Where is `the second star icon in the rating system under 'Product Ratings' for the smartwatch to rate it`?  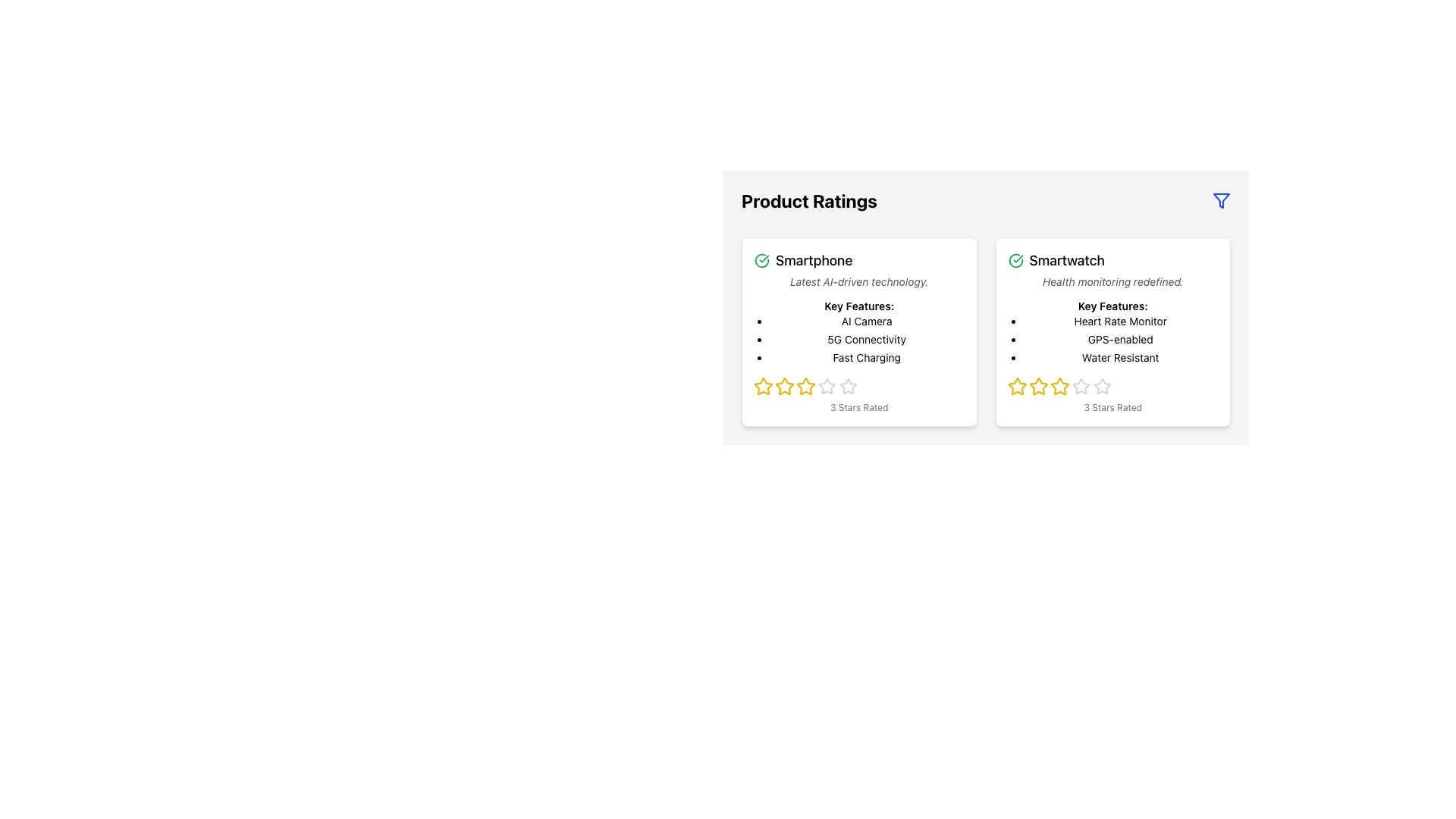
the second star icon in the rating system under 'Product Ratings' for the smartwatch to rate it is located at coordinates (1059, 385).